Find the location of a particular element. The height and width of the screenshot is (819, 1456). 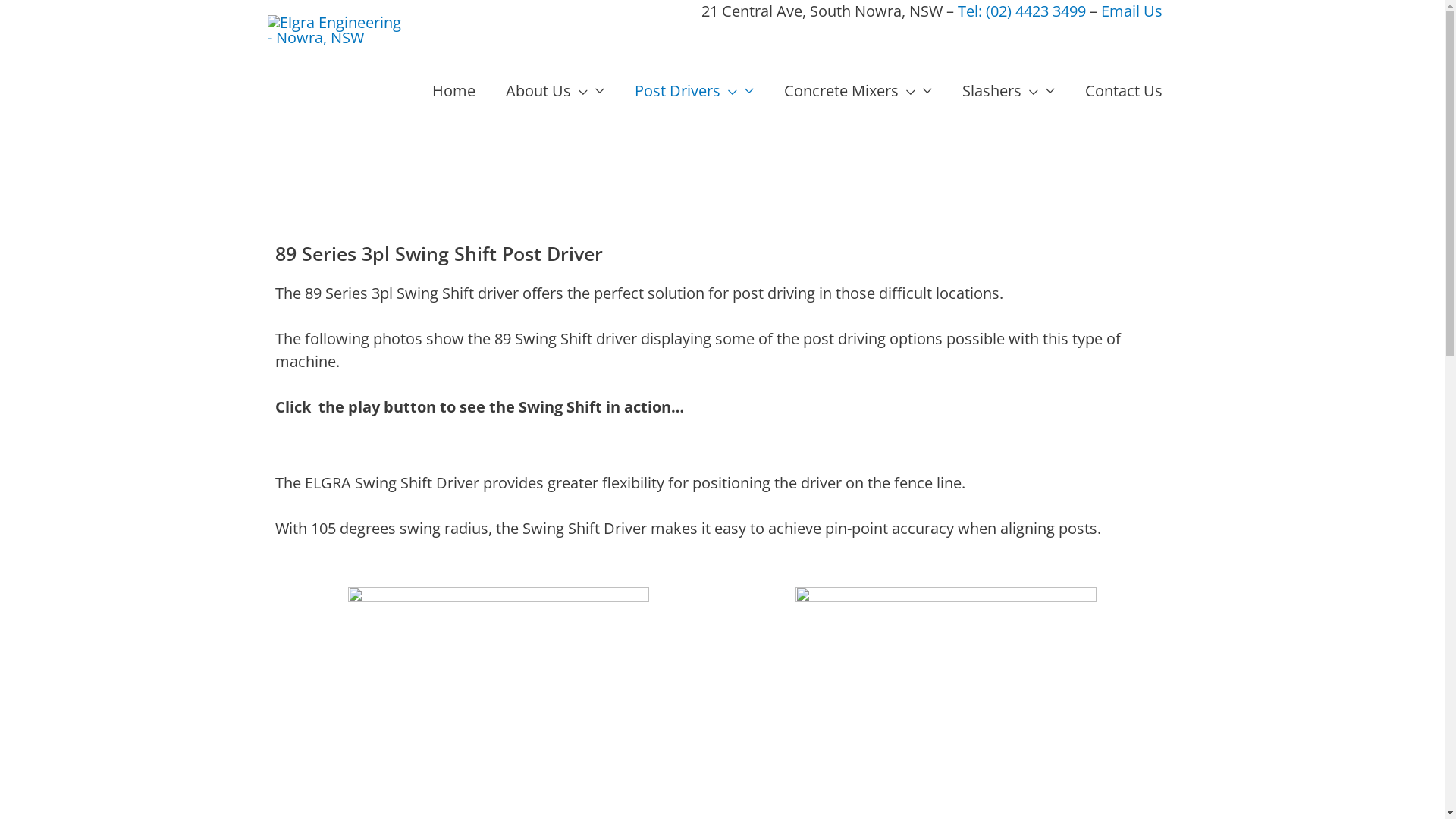

'Post Drivers' is located at coordinates (692, 90).